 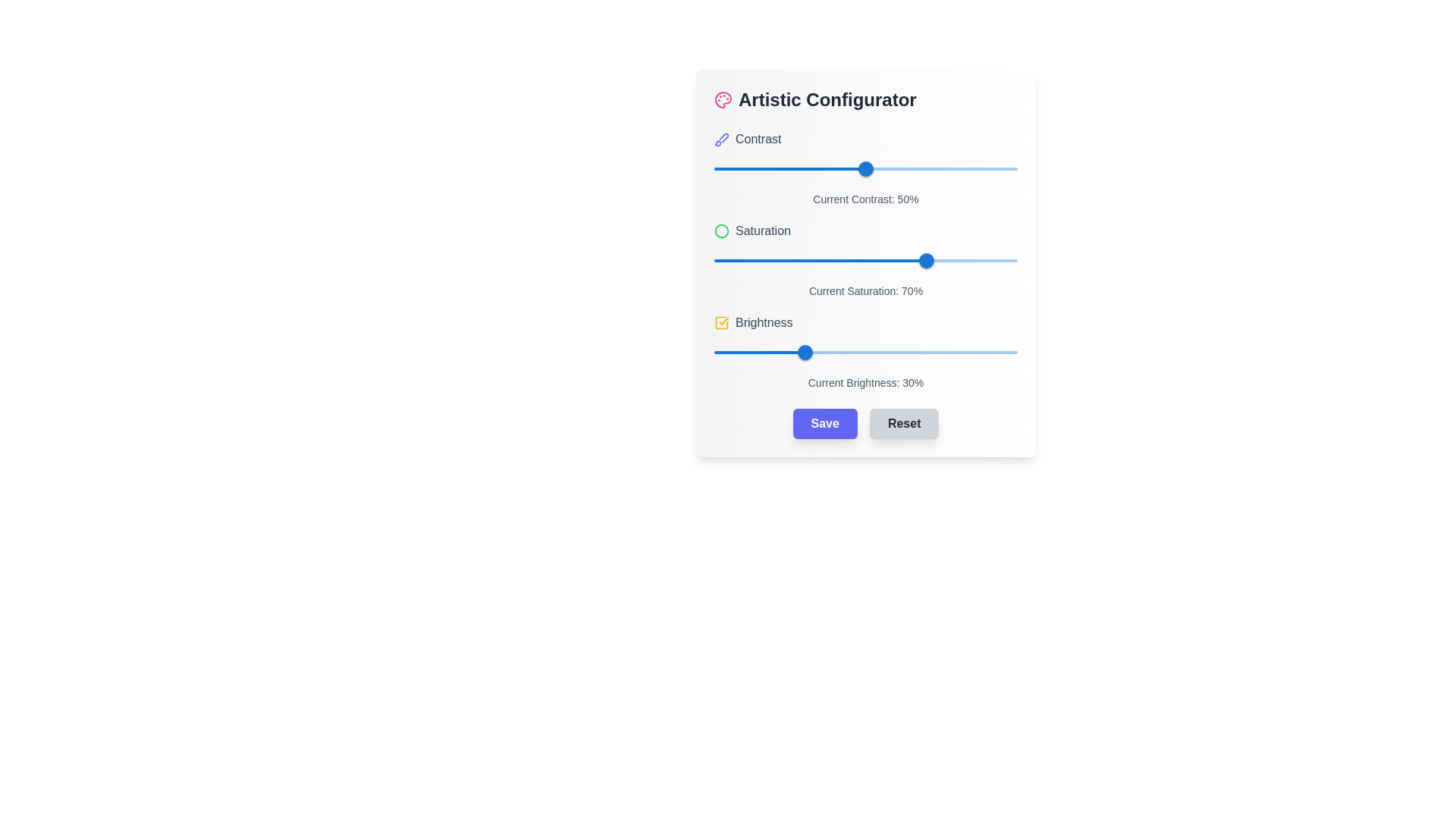 I want to click on the brightness slider control, which has a blue track and a thumb positioned at 30% intensity, to set the brightness, so click(x=866, y=351).